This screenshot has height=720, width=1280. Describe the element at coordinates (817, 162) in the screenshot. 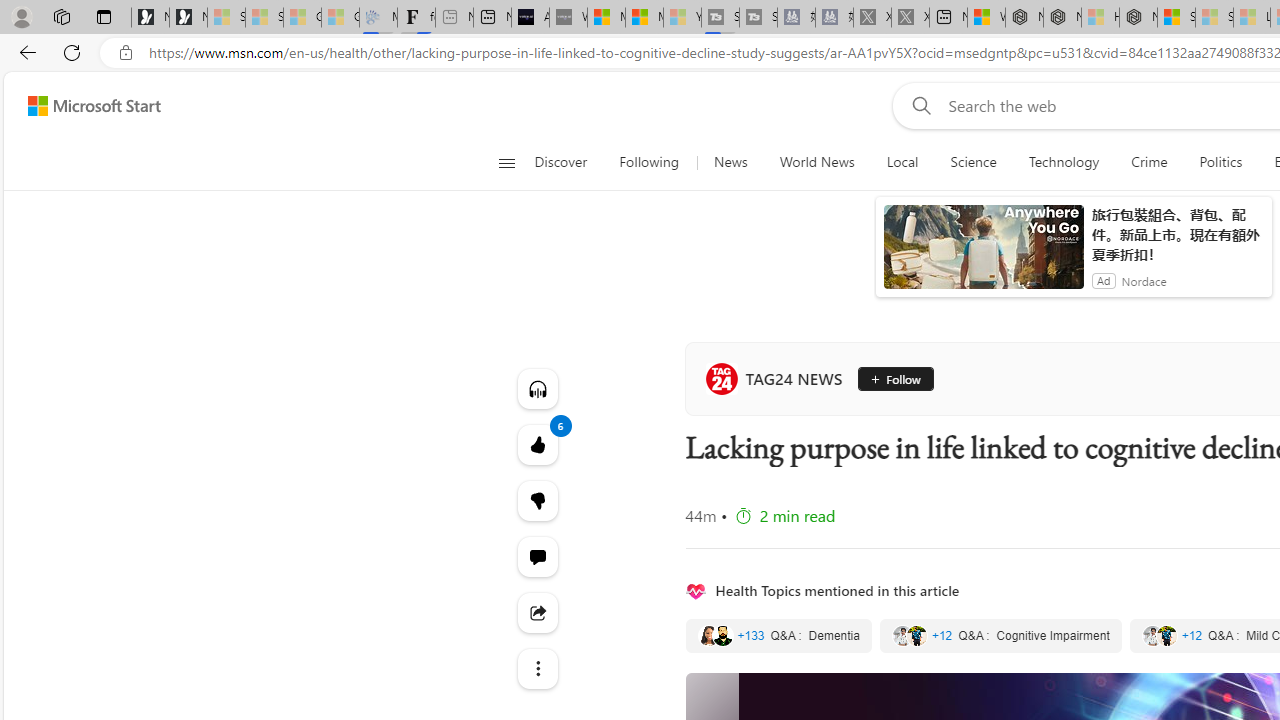

I see `'World News'` at that location.